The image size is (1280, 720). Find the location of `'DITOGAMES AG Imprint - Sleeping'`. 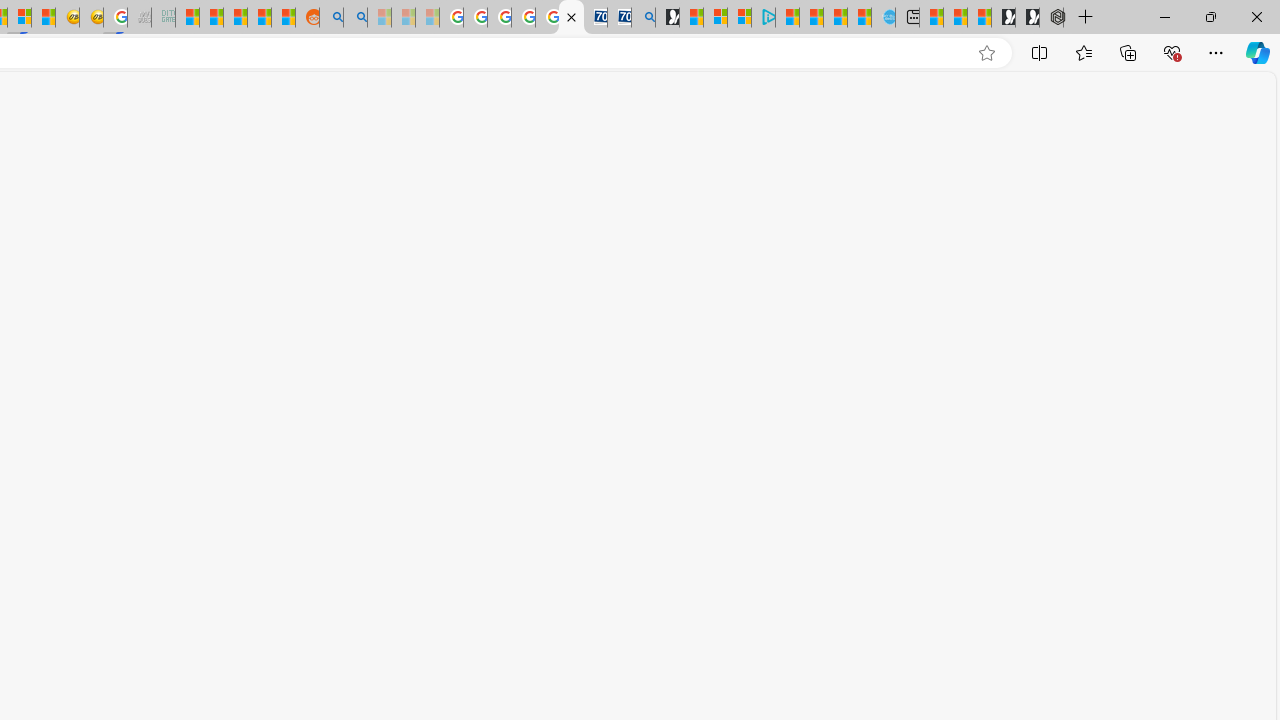

'DITOGAMES AG Imprint - Sleeping' is located at coordinates (163, 17).